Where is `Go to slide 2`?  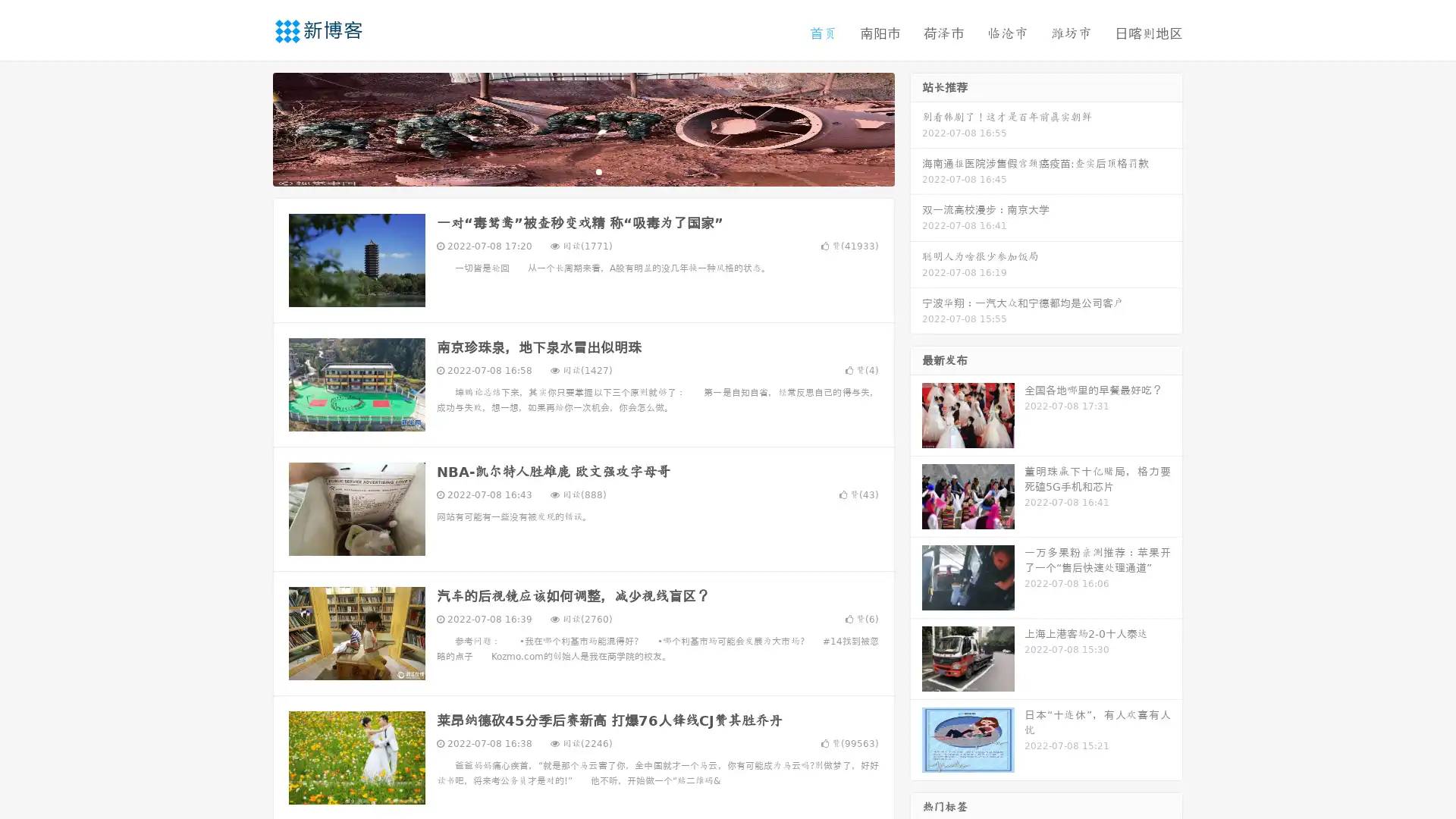
Go to slide 2 is located at coordinates (582, 171).